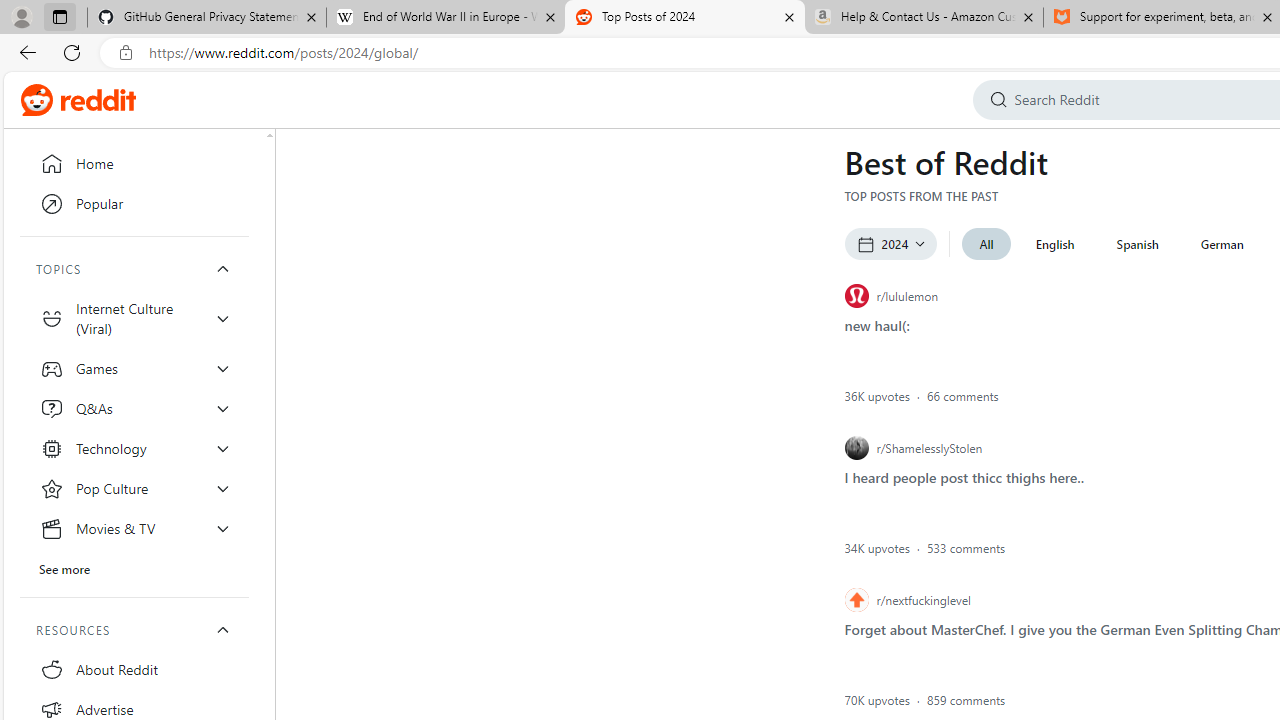 The image size is (1280, 720). Describe the element at coordinates (684, 17) in the screenshot. I see `'Top Posts of 2024'` at that location.